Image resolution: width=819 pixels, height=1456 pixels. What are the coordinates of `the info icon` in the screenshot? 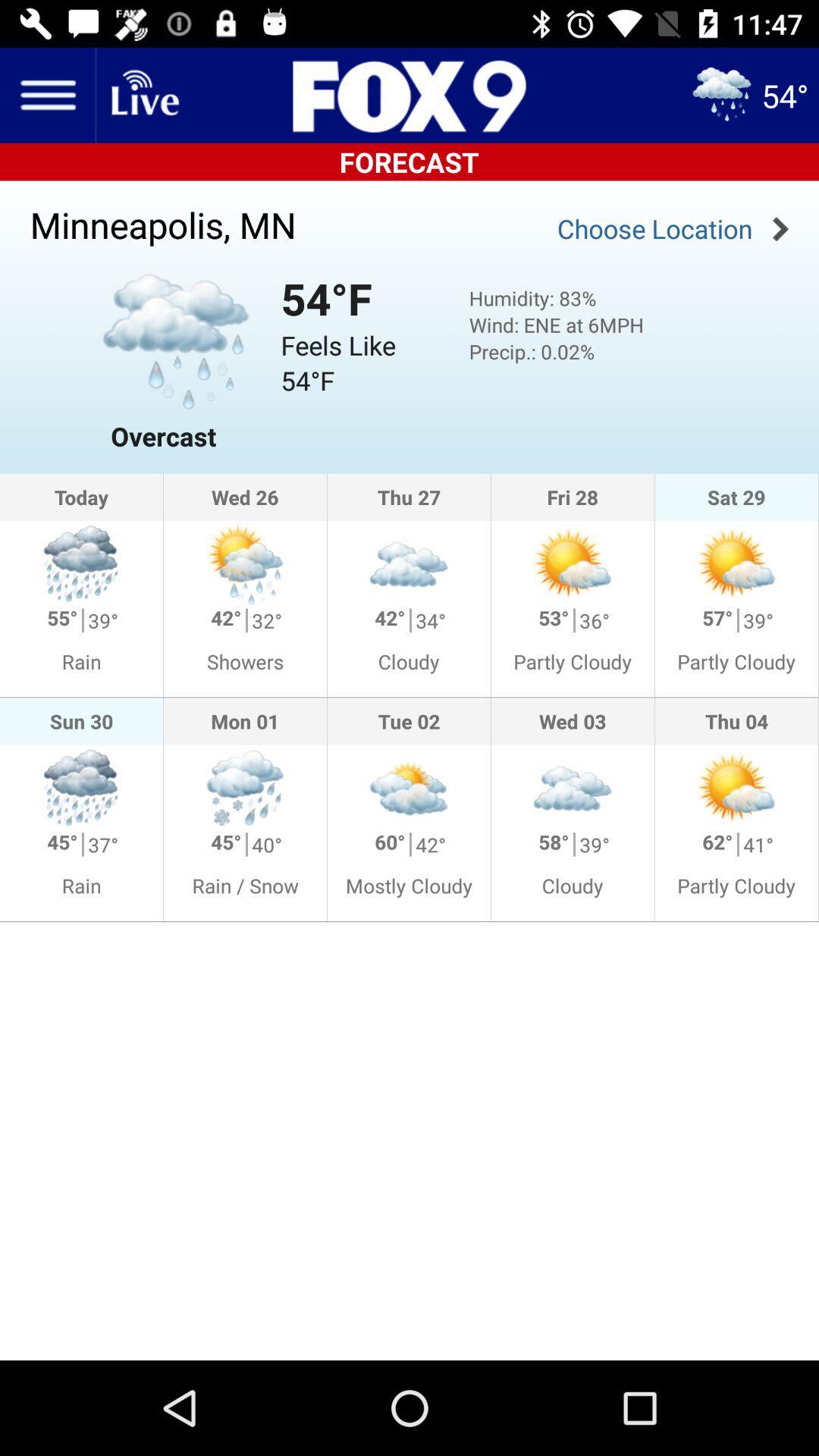 It's located at (356, 94).